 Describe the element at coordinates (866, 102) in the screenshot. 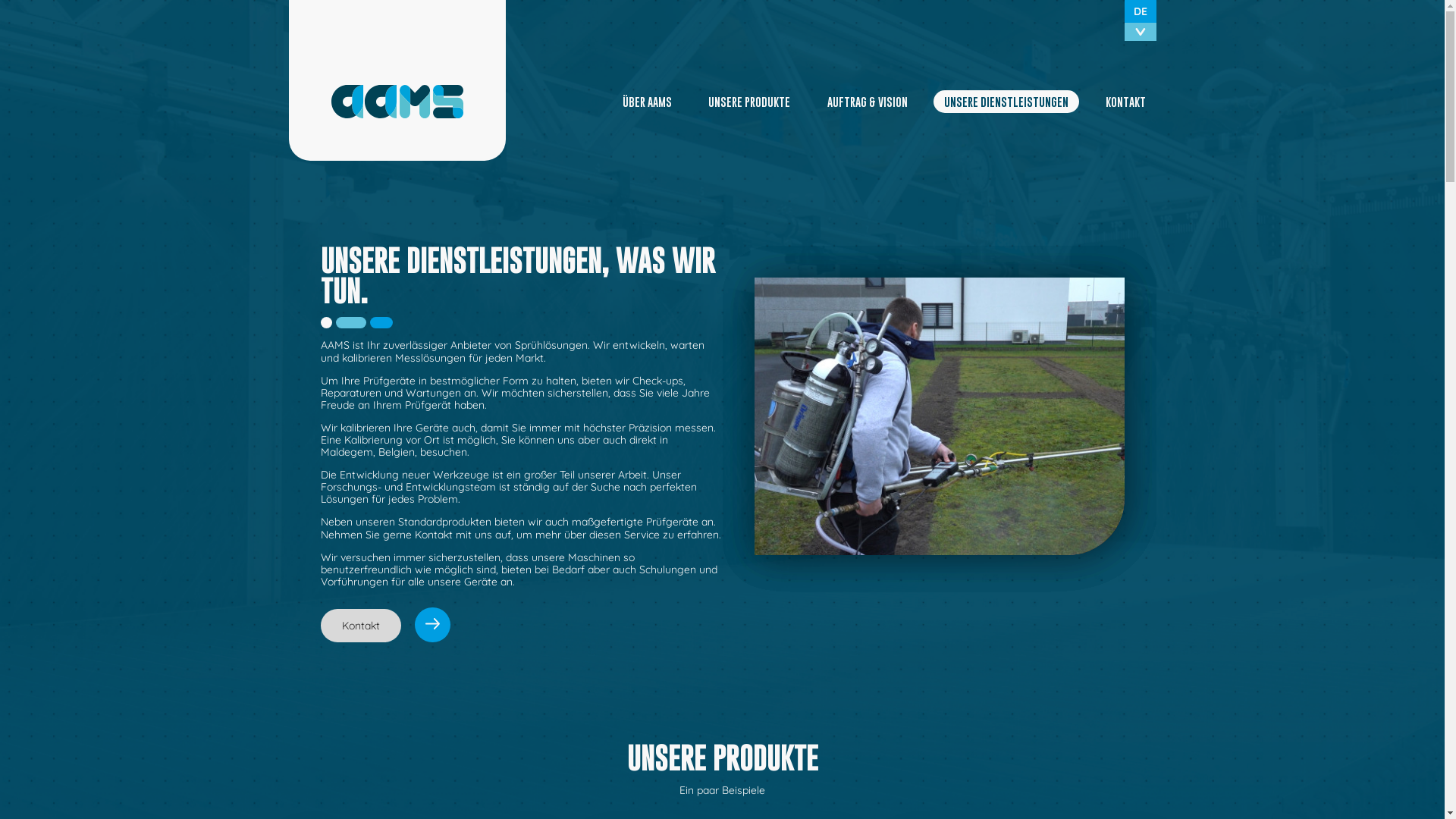

I see `'AUFTRAG & VISION'` at that location.